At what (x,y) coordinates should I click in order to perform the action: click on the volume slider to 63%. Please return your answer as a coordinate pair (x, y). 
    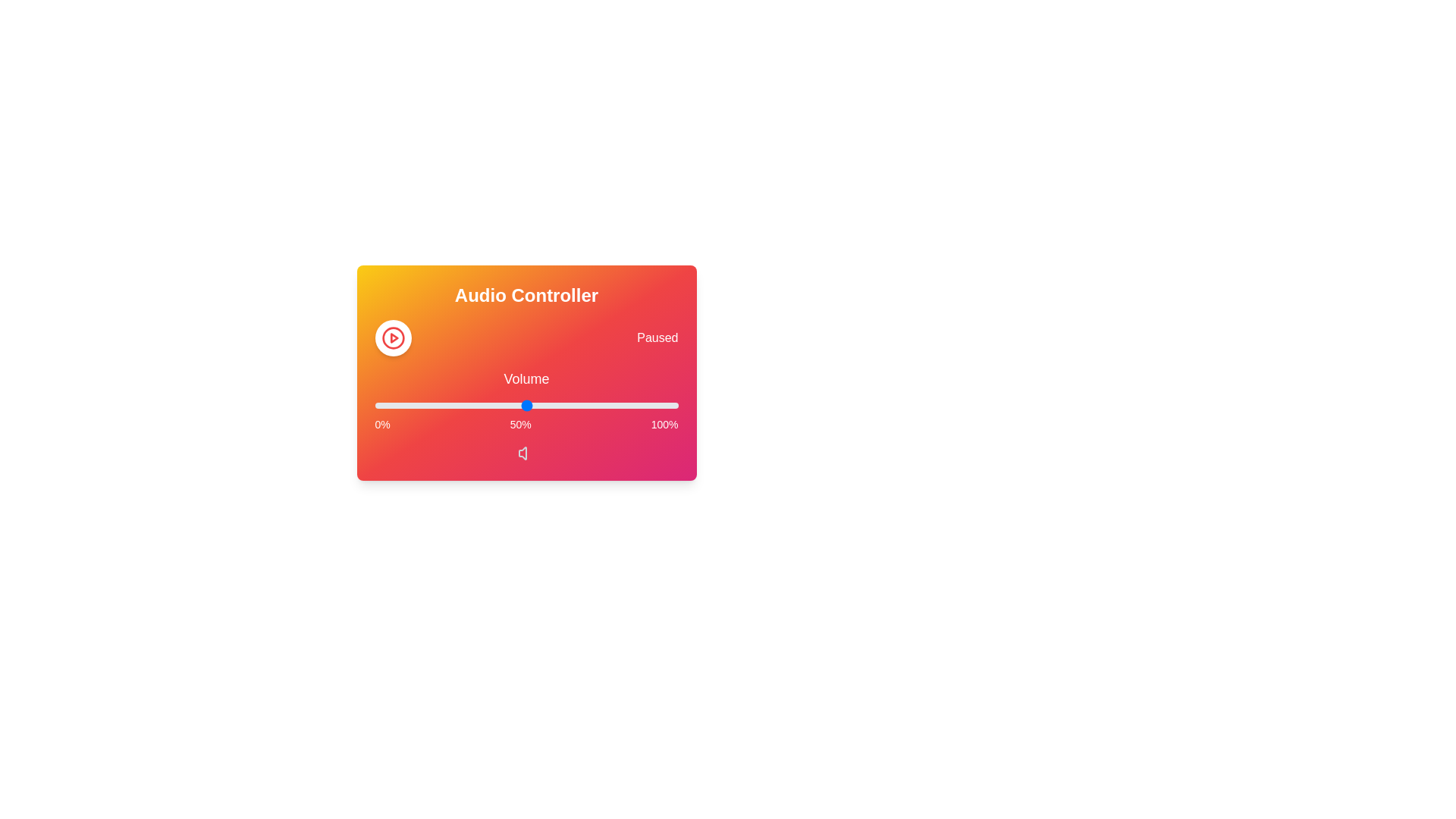
    Looking at the image, I should click on (565, 405).